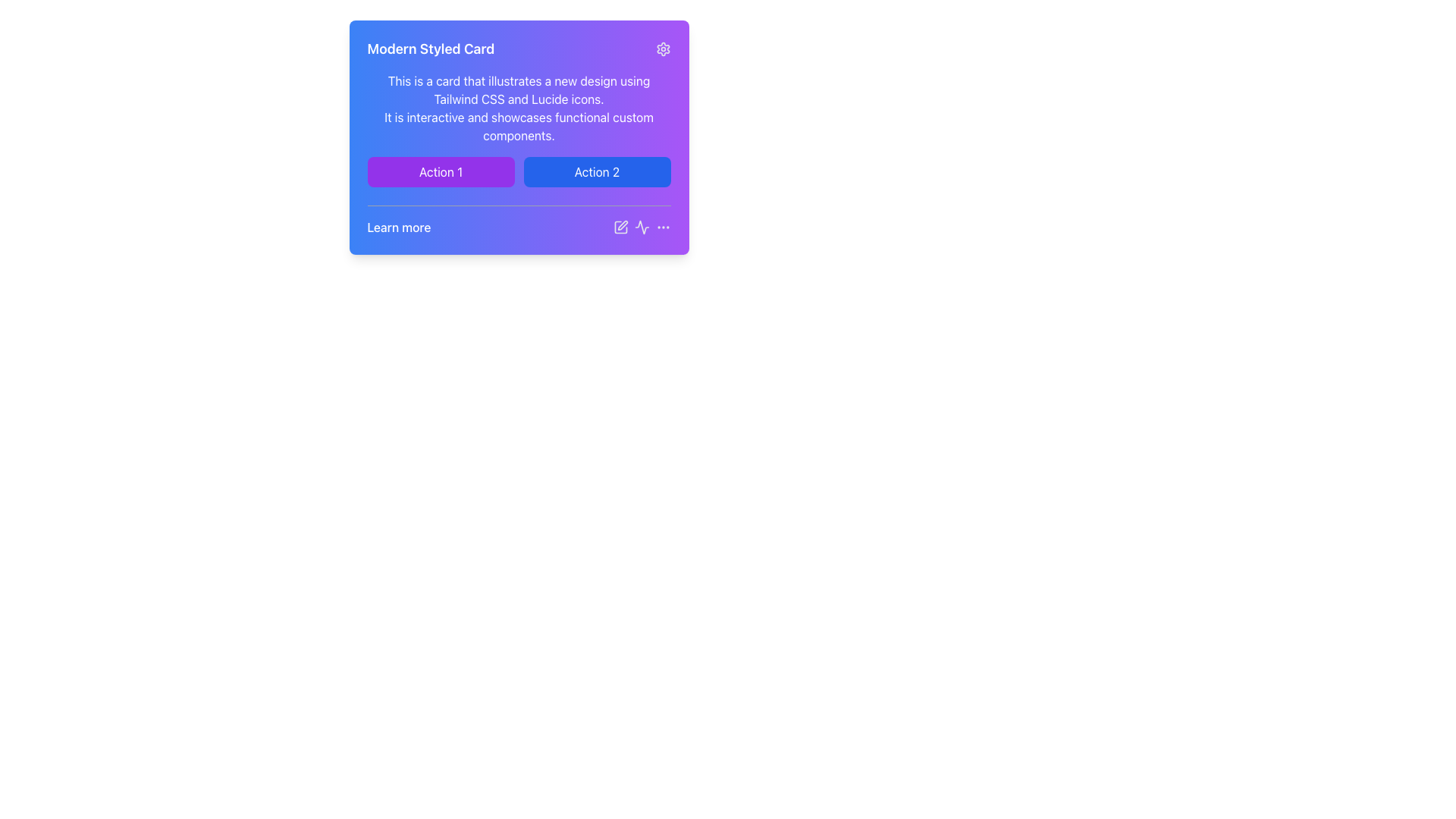 The image size is (1456, 819). Describe the element at coordinates (642, 227) in the screenshot. I see `the activity or waveform icon located in the bottom-right section of the card, positioned as the fourth icon in a row of five, between the pencil icon and the ellipsis icon` at that location.